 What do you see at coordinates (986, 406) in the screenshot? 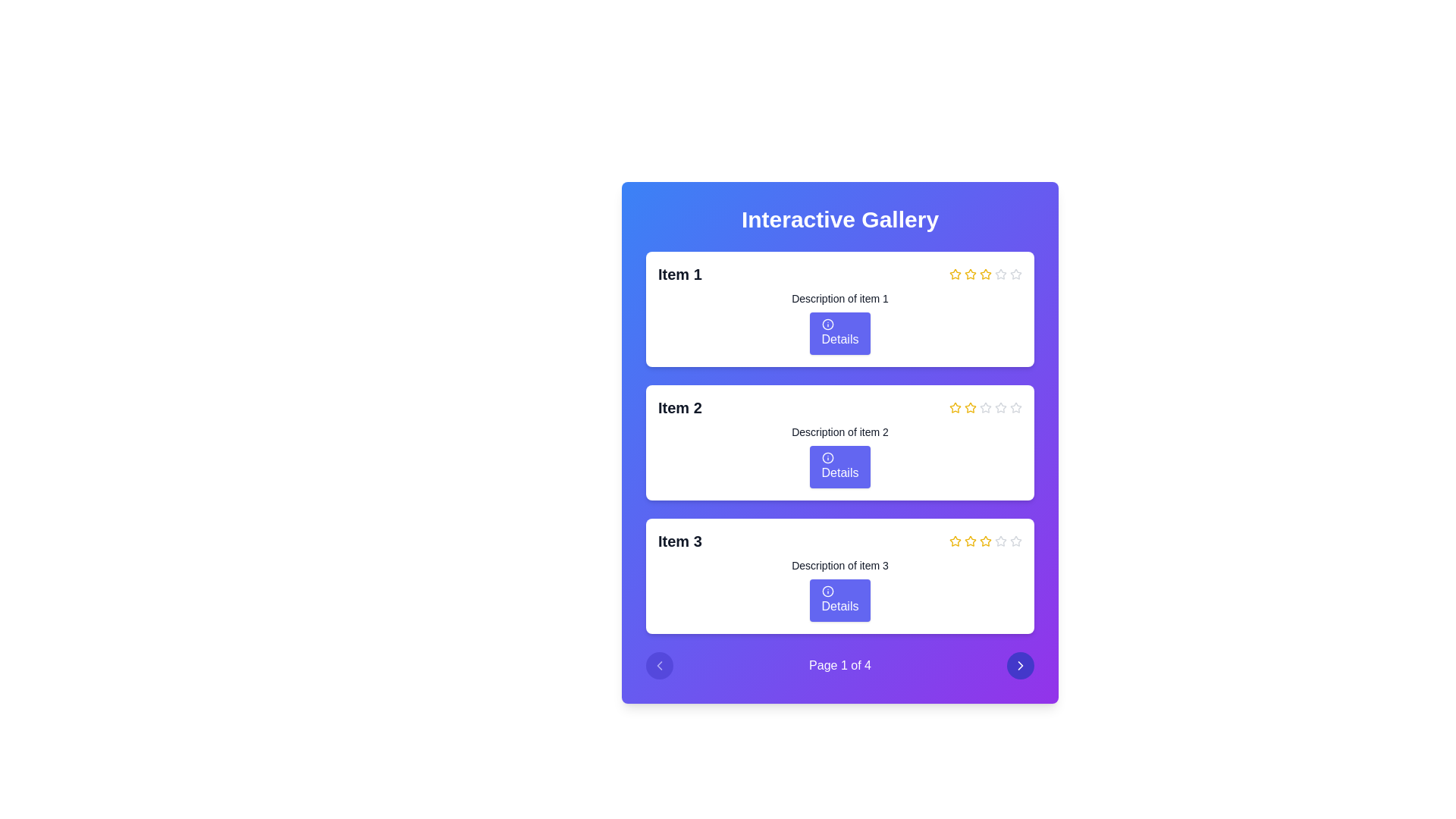
I see `the fourth rating star icon` at bounding box center [986, 406].